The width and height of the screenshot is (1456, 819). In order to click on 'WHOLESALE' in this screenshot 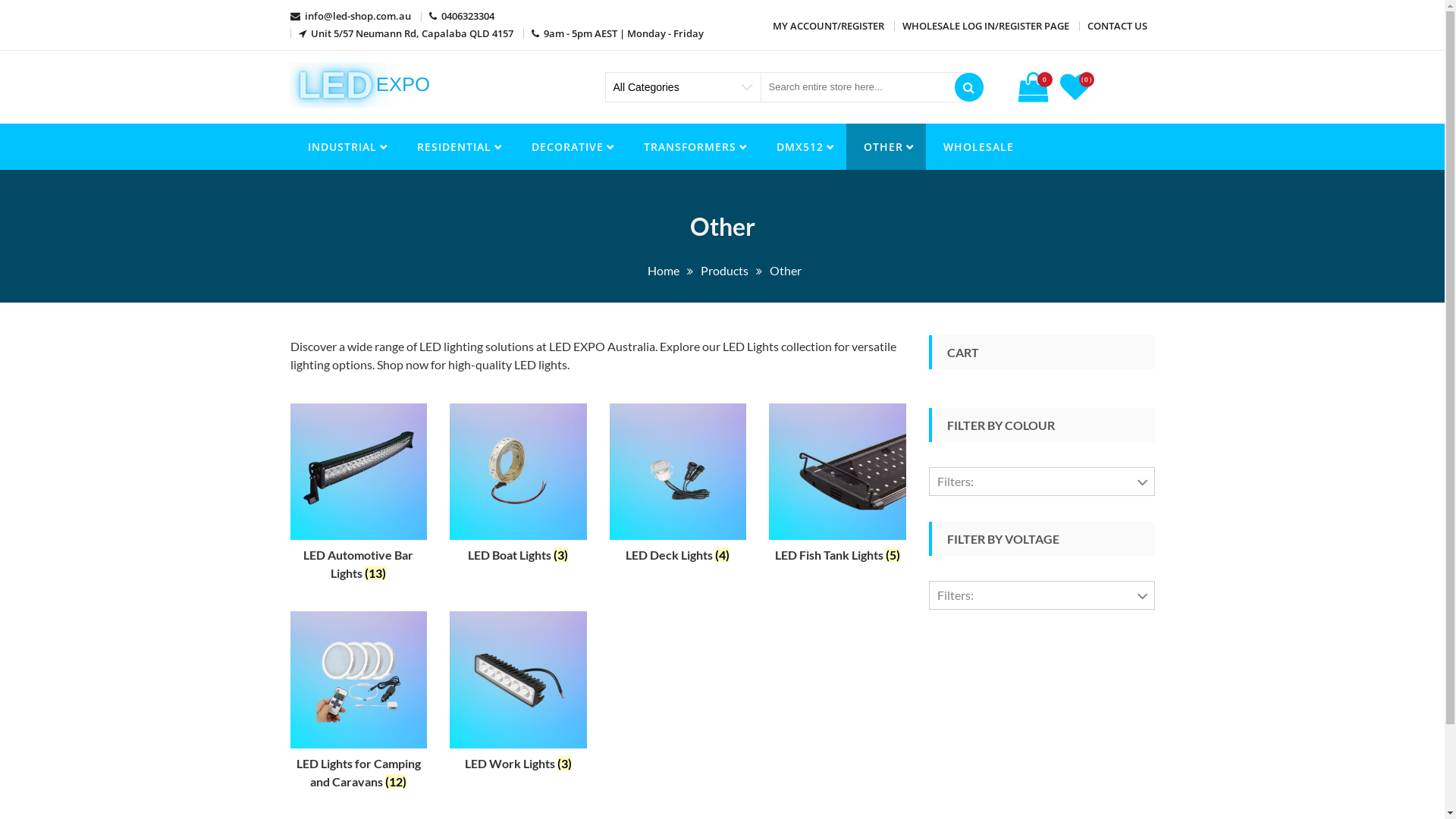, I will do `click(977, 146)`.